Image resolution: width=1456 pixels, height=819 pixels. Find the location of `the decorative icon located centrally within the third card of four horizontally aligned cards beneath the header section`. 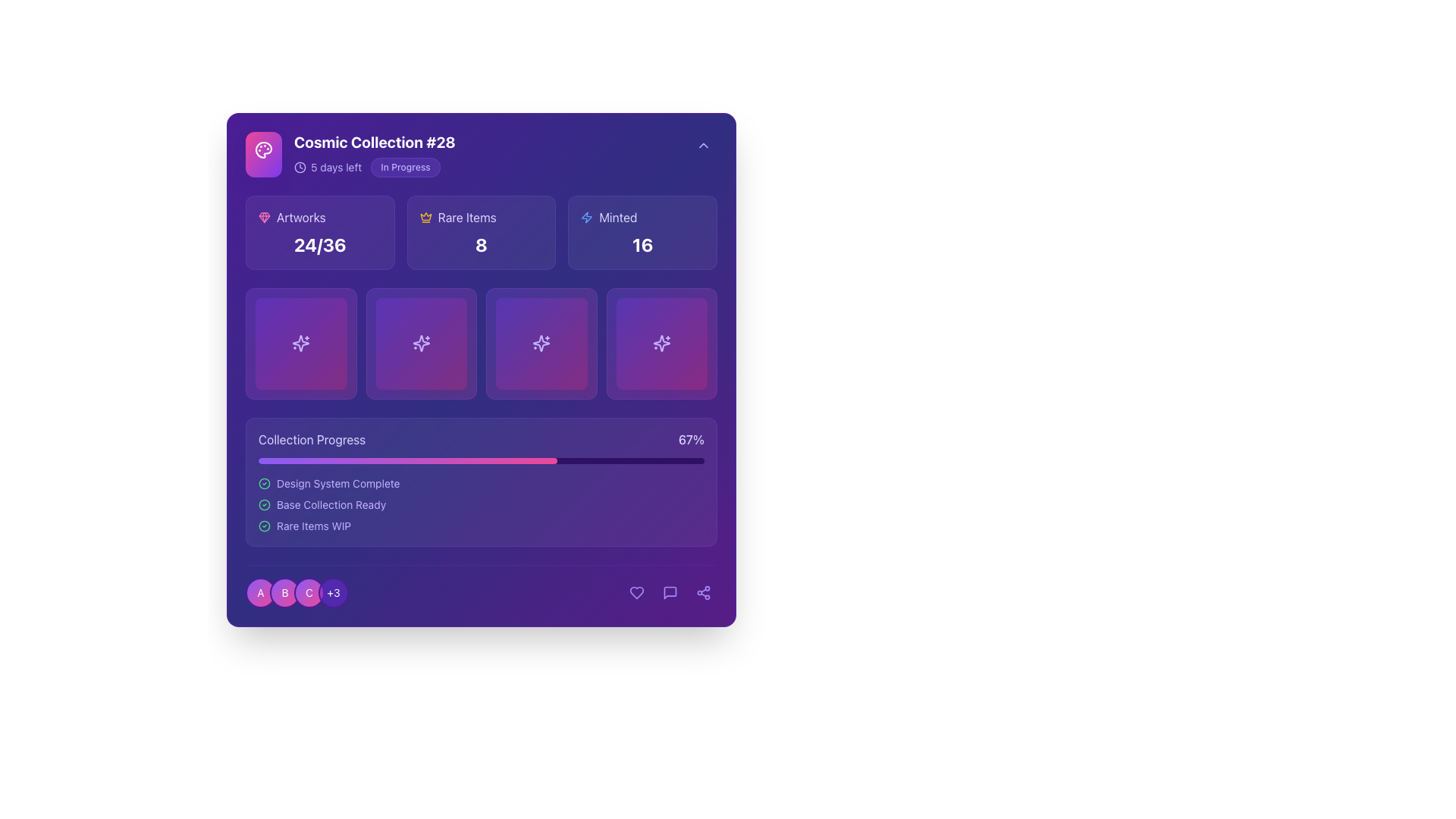

the decorative icon located centrally within the third card of four horizontally aligned cards beneath the header section is located at coordinates (421, 344).